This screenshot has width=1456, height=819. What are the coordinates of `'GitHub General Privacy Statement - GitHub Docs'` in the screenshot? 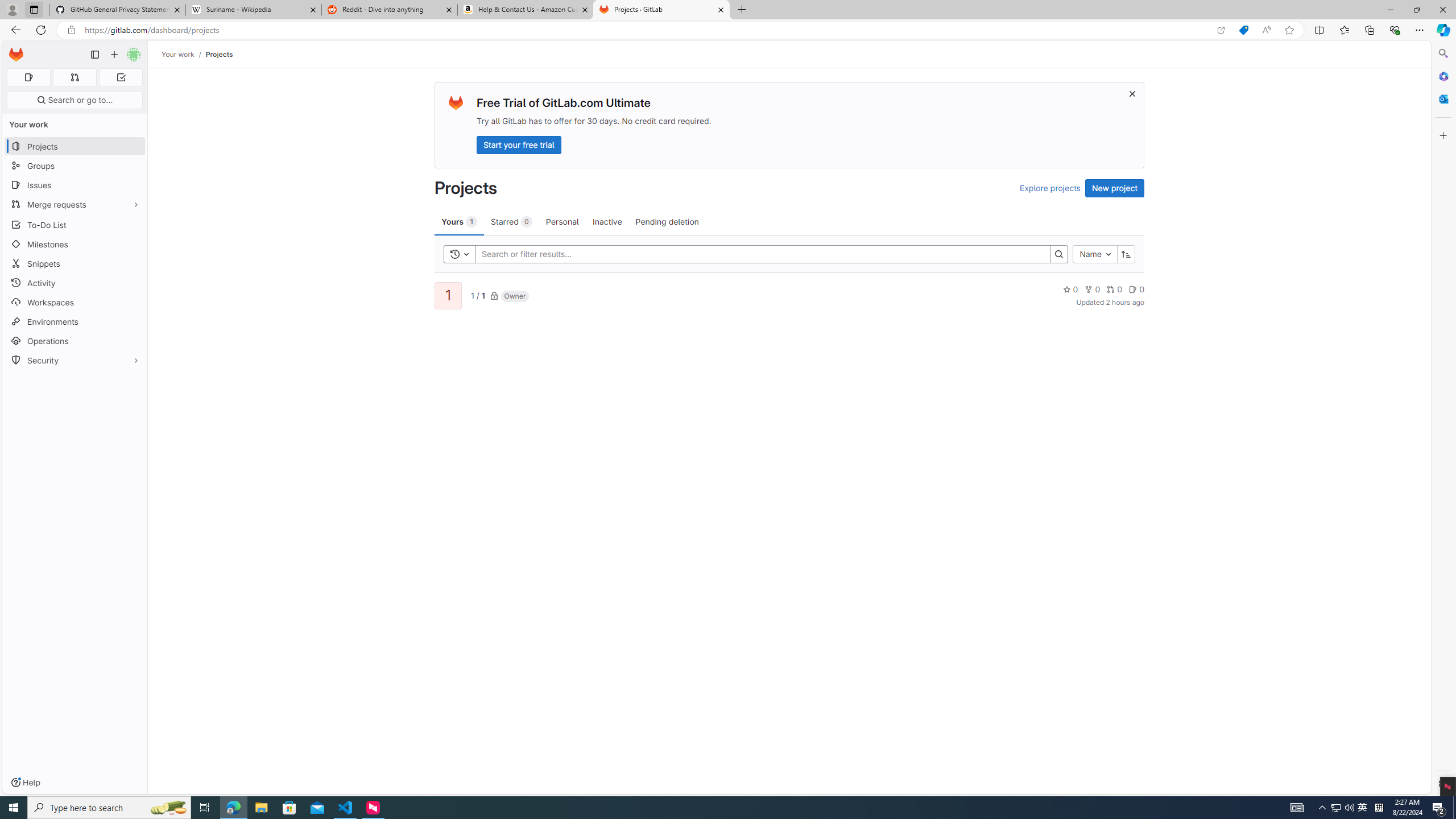 It's located at (118, 9).